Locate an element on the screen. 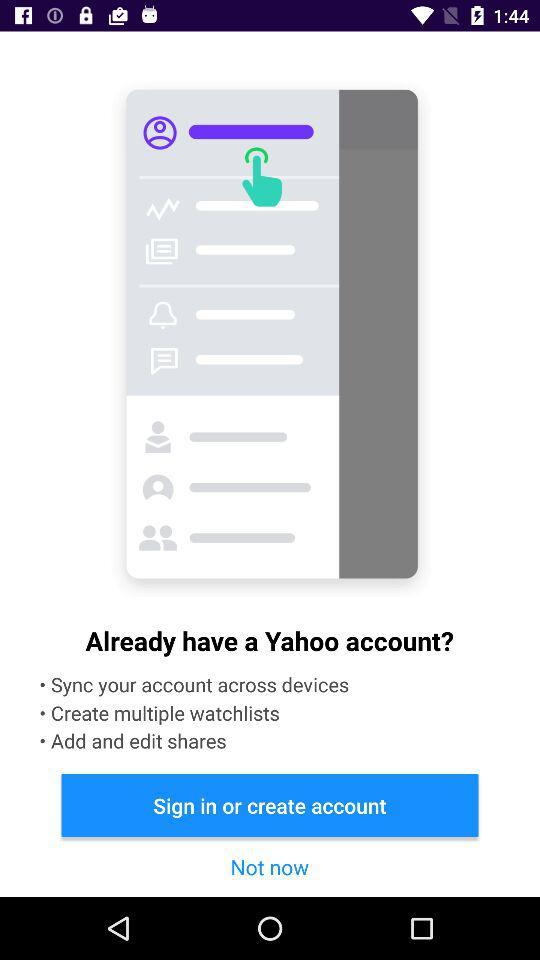  not now icon is located at coordinates (269, 865).